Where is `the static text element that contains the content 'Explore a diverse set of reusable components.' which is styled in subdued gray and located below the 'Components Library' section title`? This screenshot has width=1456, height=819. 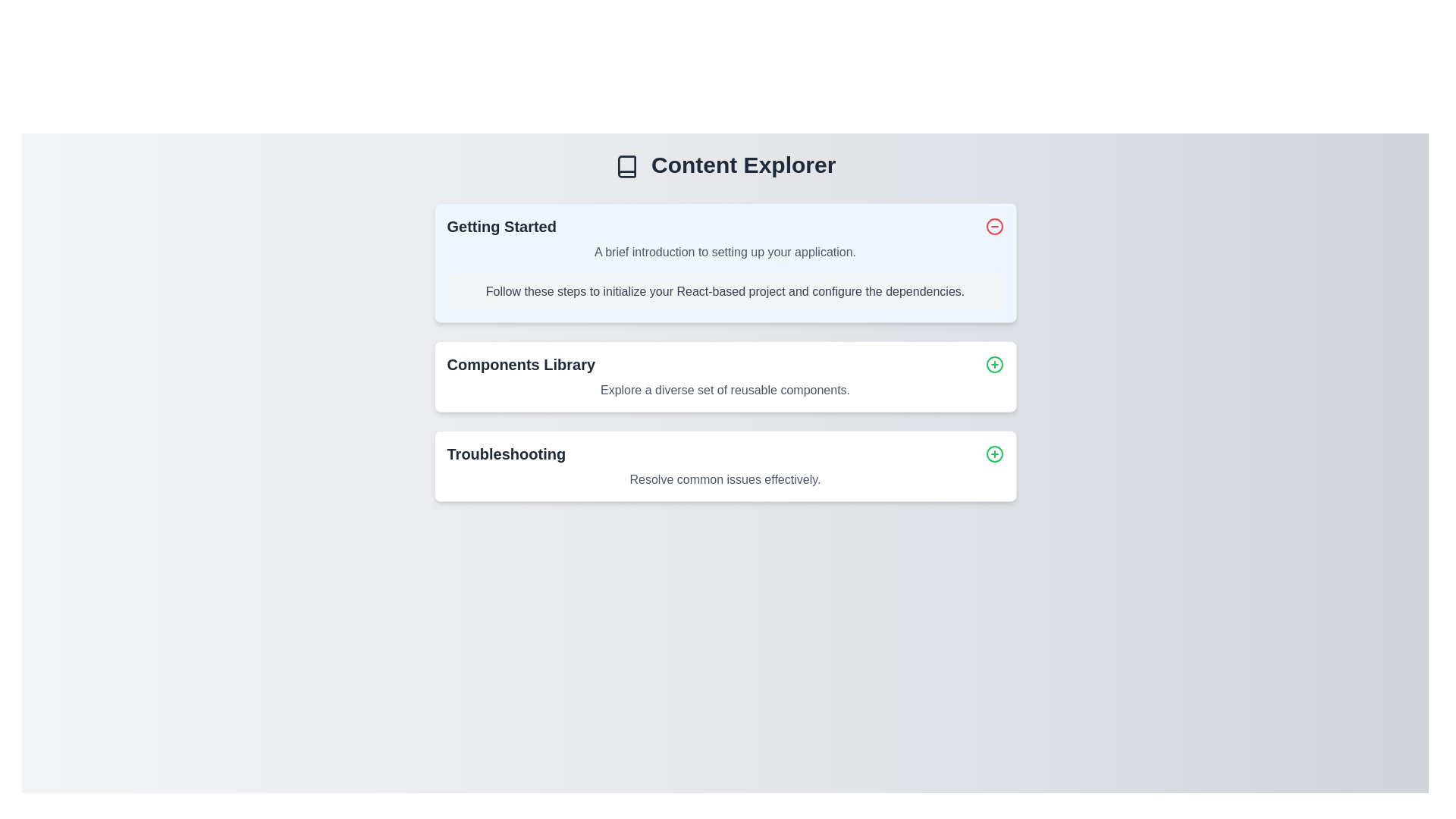 the static text element that contains the content 'Explore a diverse set of reusable components.' which is styled in subdued gray and located below the 'Components Library' section title is located at coordinates (724, 390).